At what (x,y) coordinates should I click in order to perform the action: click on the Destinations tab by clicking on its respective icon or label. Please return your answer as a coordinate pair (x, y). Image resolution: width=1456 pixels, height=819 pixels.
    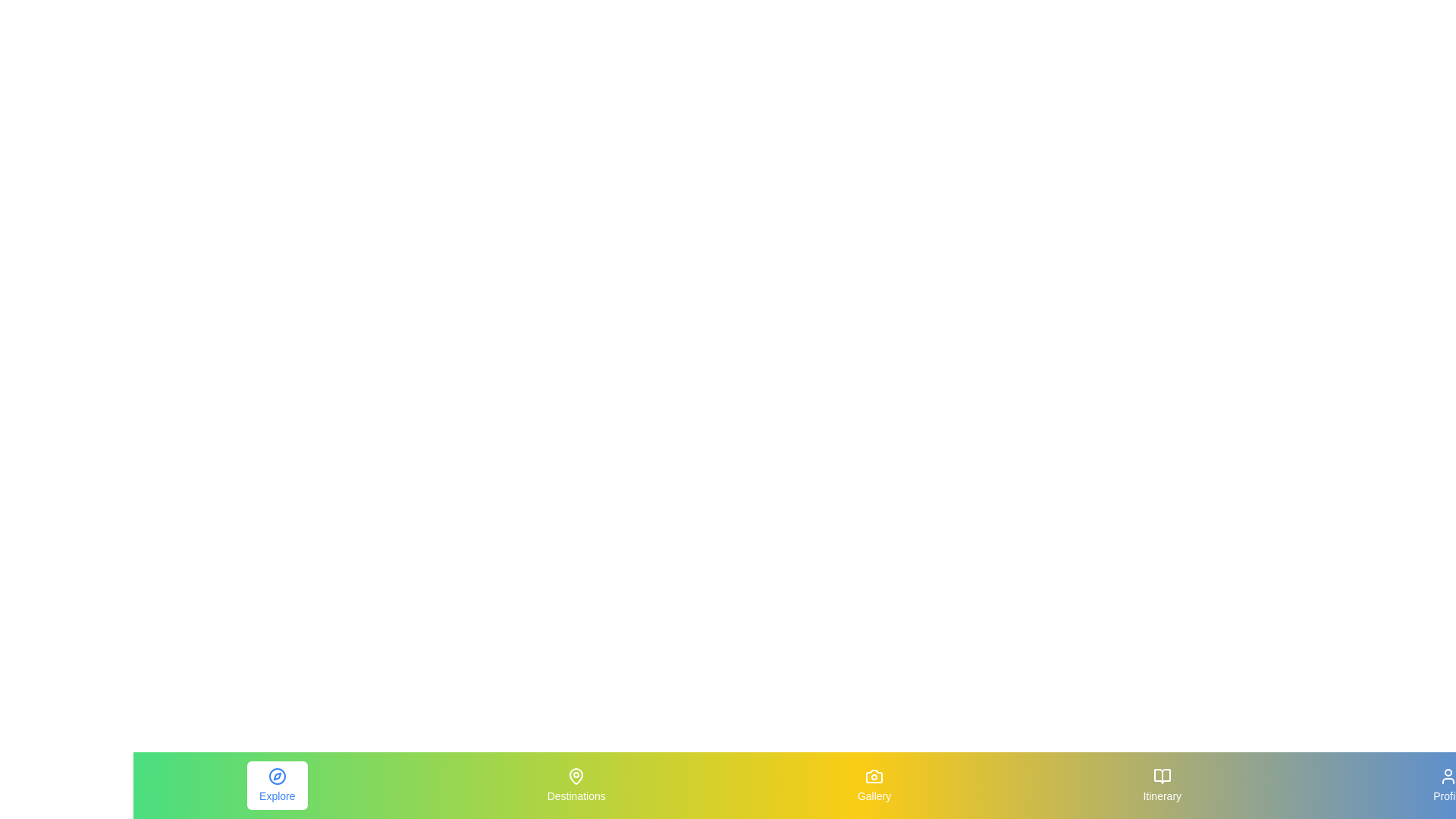
    Looking at the image, I should click on (576, 785).